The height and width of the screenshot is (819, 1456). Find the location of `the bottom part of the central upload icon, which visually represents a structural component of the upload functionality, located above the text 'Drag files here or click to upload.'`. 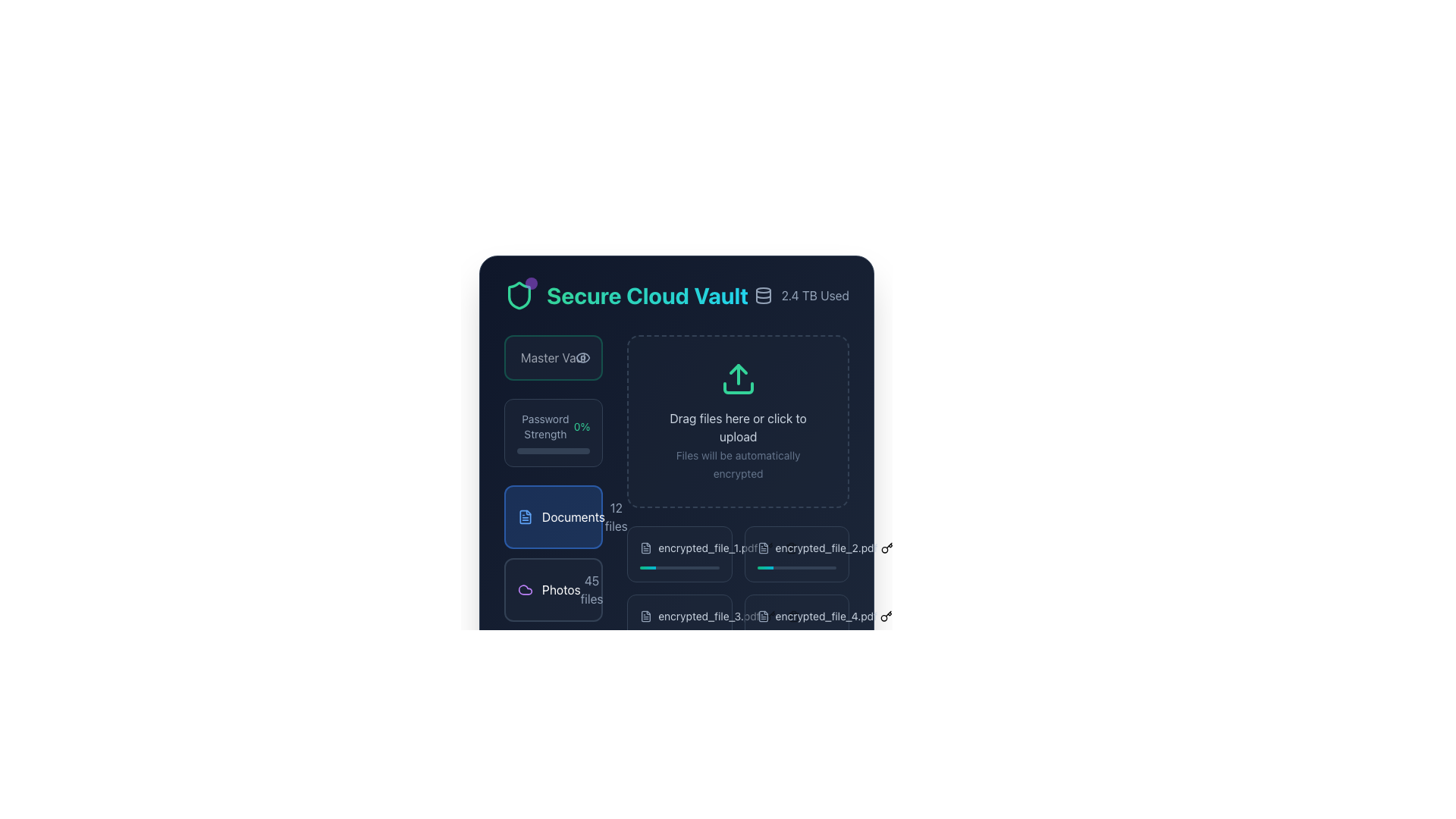

the bottom part of the central upload icon, which visually represents a structural component of the upload functionality, located above the text 'Drag files here or click to upload.' is located at coordinates (738, 388).